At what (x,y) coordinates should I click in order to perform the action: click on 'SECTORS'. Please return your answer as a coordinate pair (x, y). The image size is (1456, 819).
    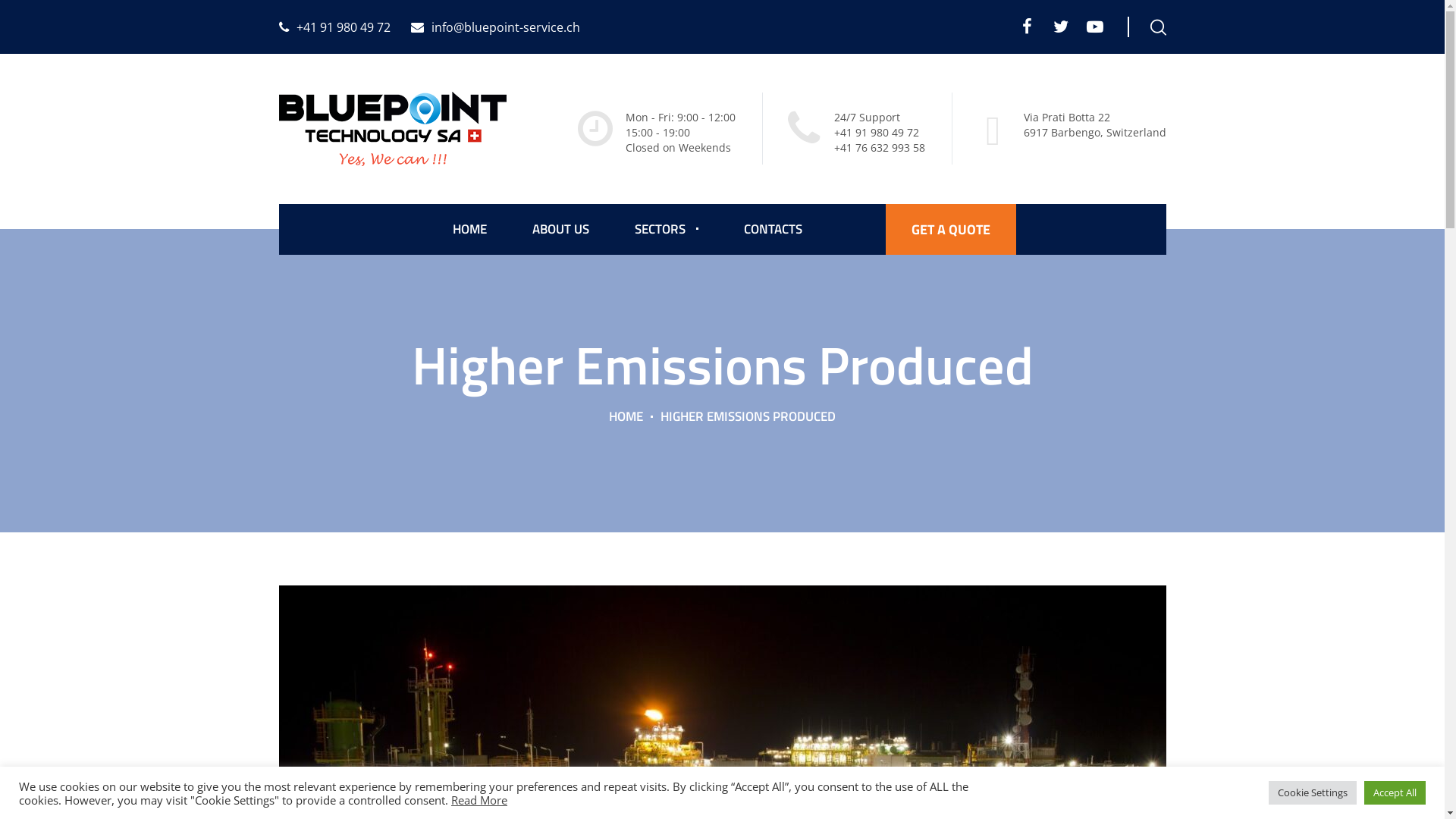
    Looking at the image, I should click on (666, 229).